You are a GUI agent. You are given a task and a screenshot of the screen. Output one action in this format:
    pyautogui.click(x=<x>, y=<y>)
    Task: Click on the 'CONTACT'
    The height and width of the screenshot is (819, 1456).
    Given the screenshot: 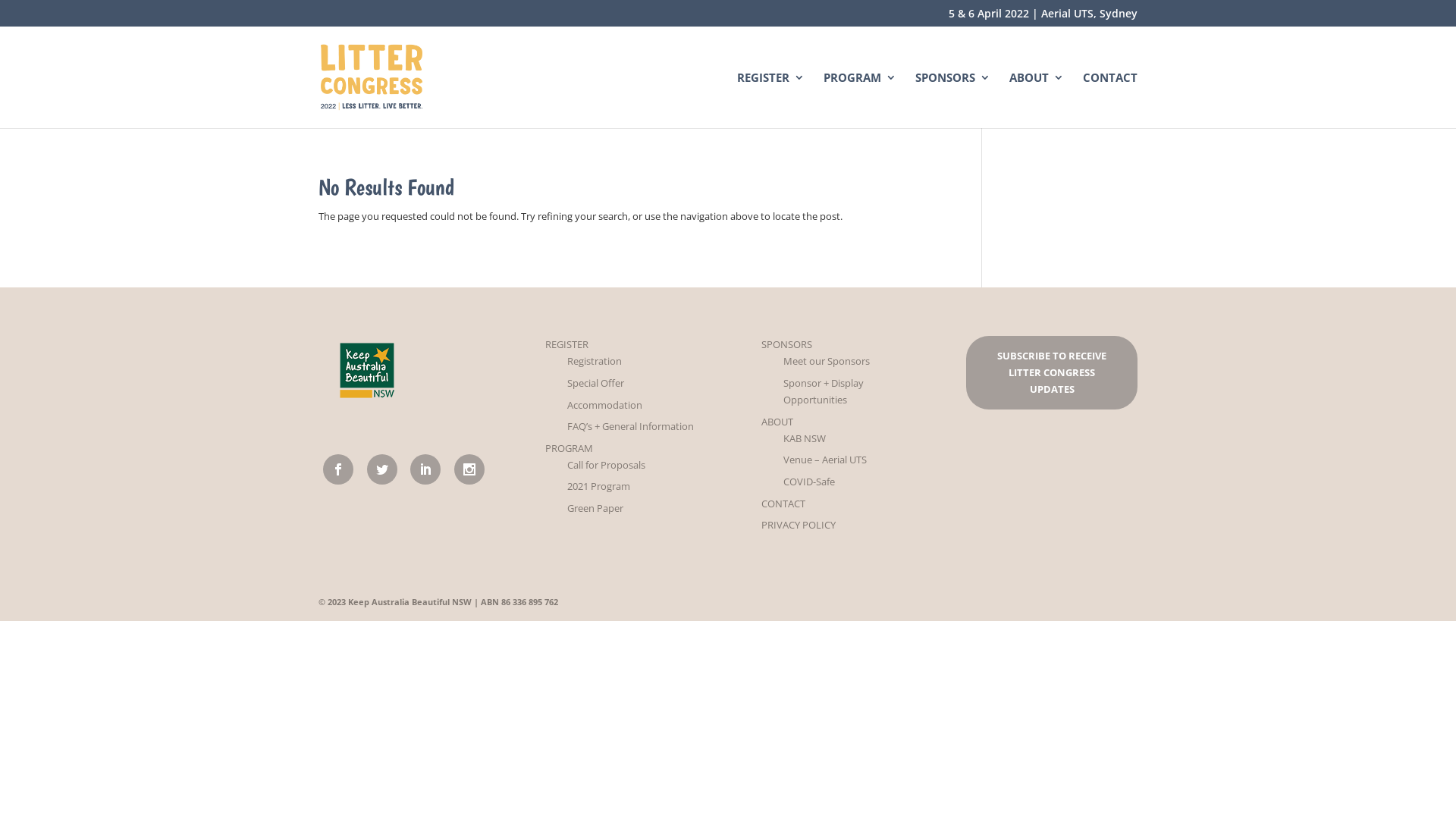 What is the action you would take?
    pyautogui.click(x=1110, y=99)
    